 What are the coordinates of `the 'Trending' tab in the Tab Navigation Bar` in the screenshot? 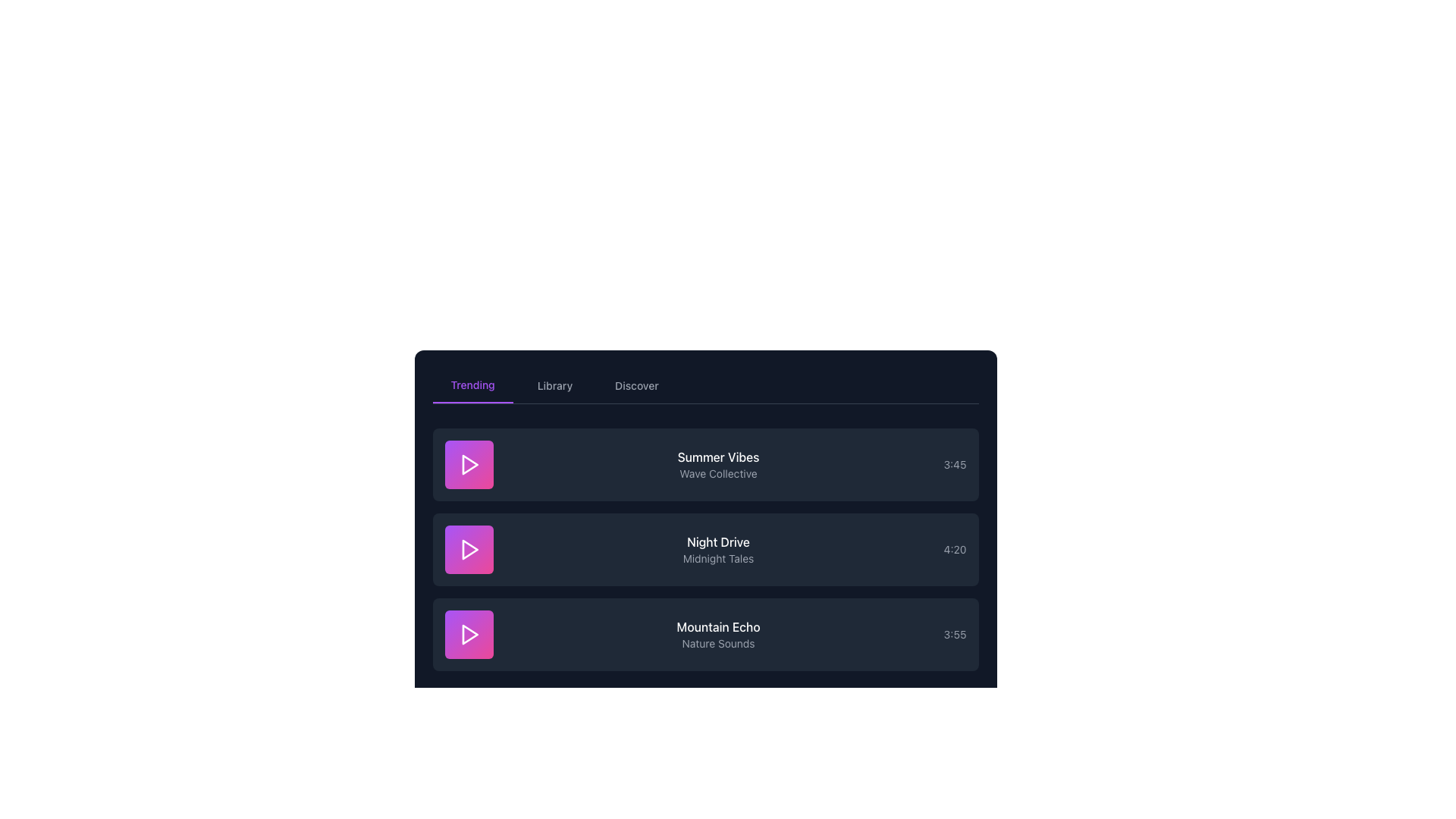 It's located at (704, 385).